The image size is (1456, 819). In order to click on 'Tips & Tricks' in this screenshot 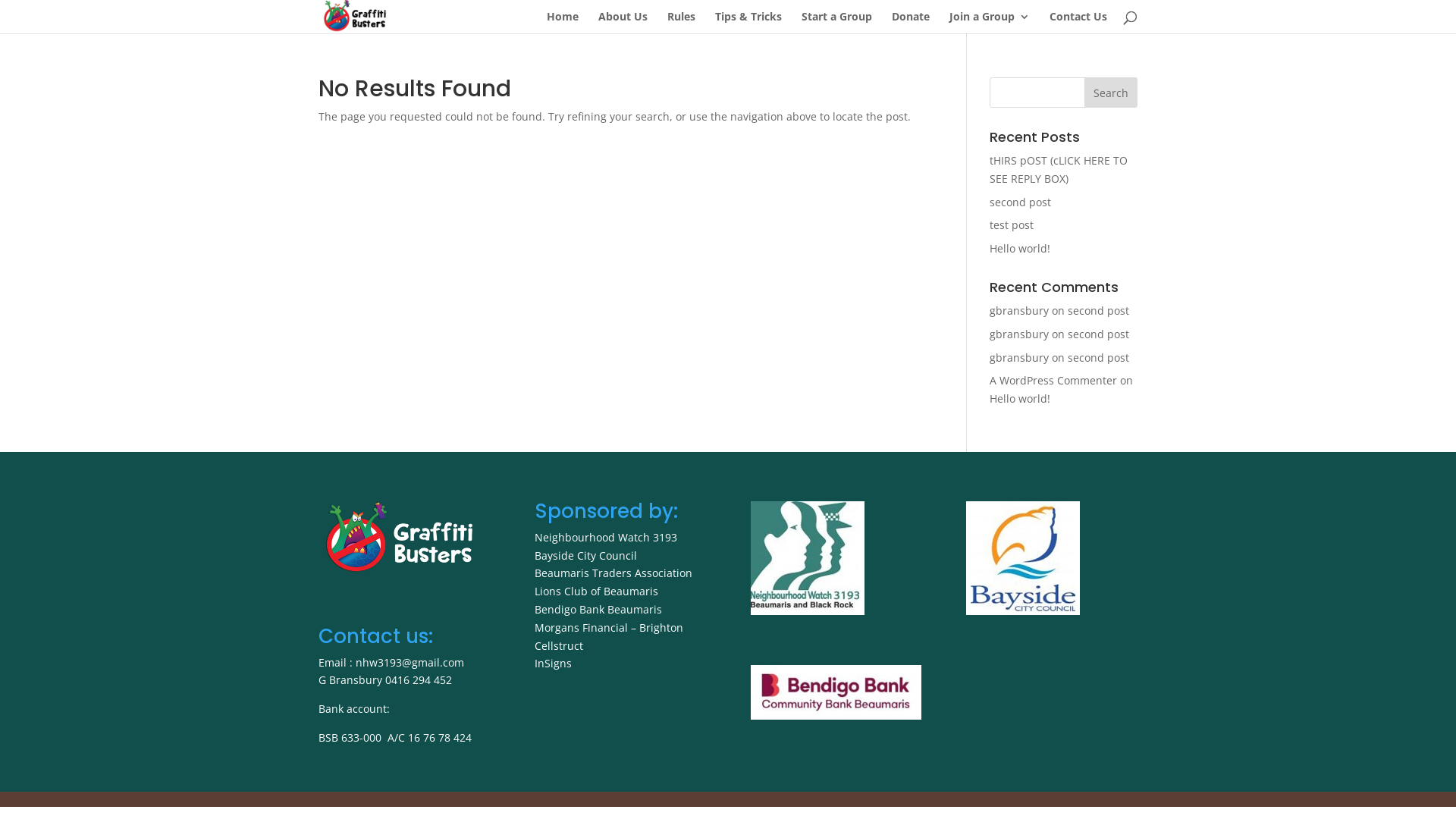, I will do `click(748, 22)`.